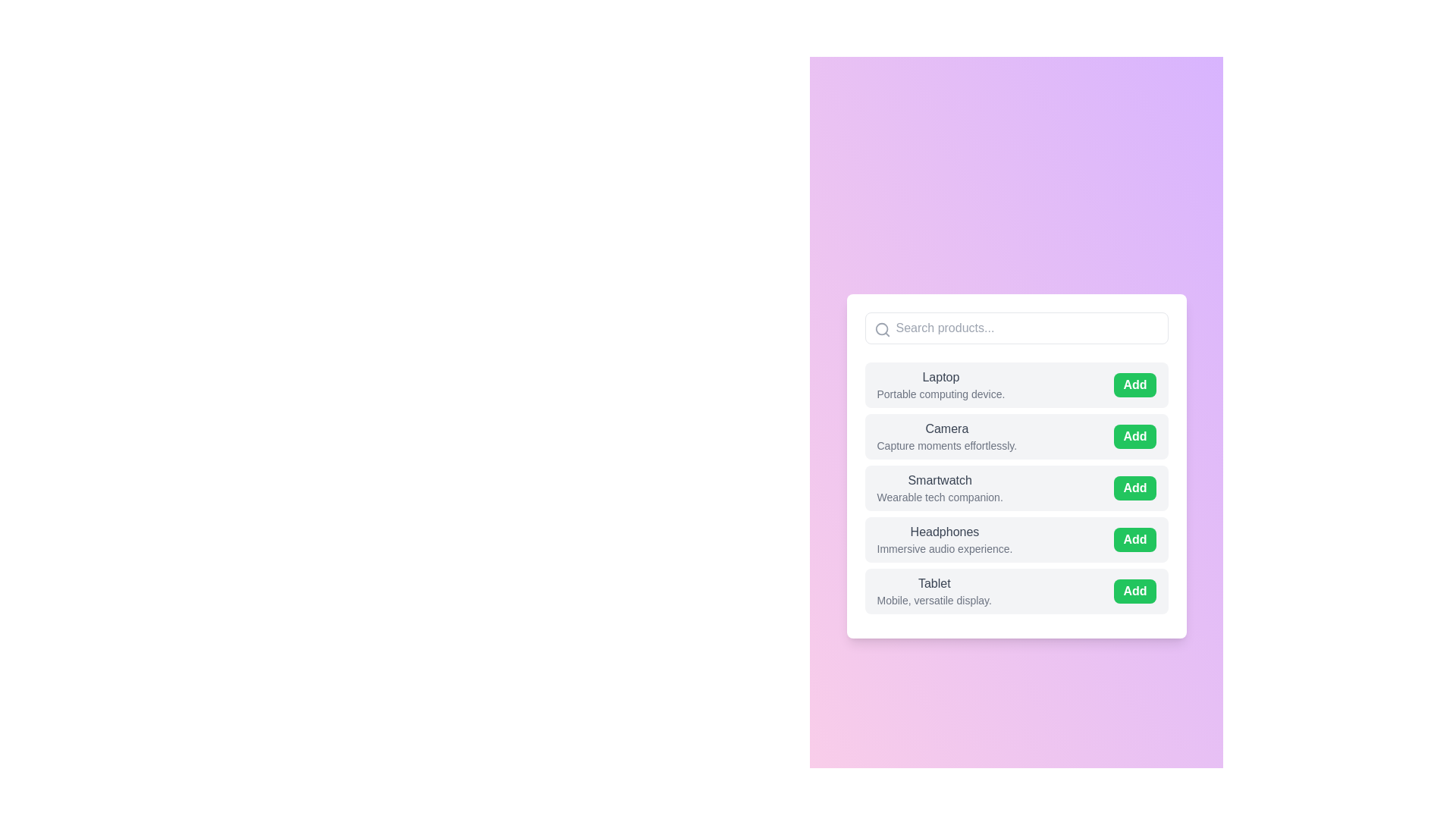  What do you see at coordinates (944, 539) in the screenshot?
I see `the Text display element that represents the product 'Headphones' with the description 'Immersive audio experience', located in a vertical list of product descriptions` at bounding box center [944, 539].